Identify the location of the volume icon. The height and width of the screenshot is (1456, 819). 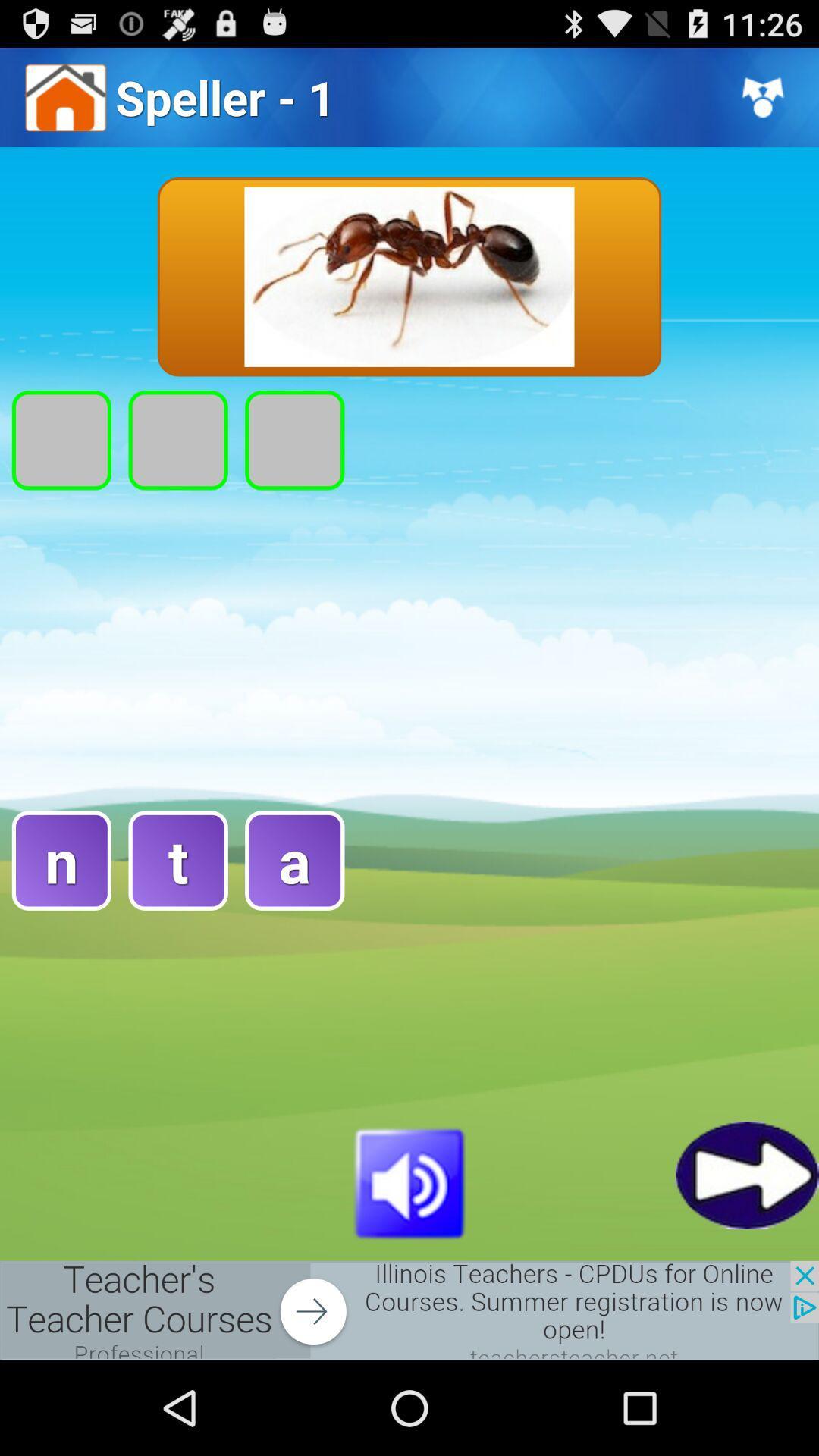
(409, 1264).